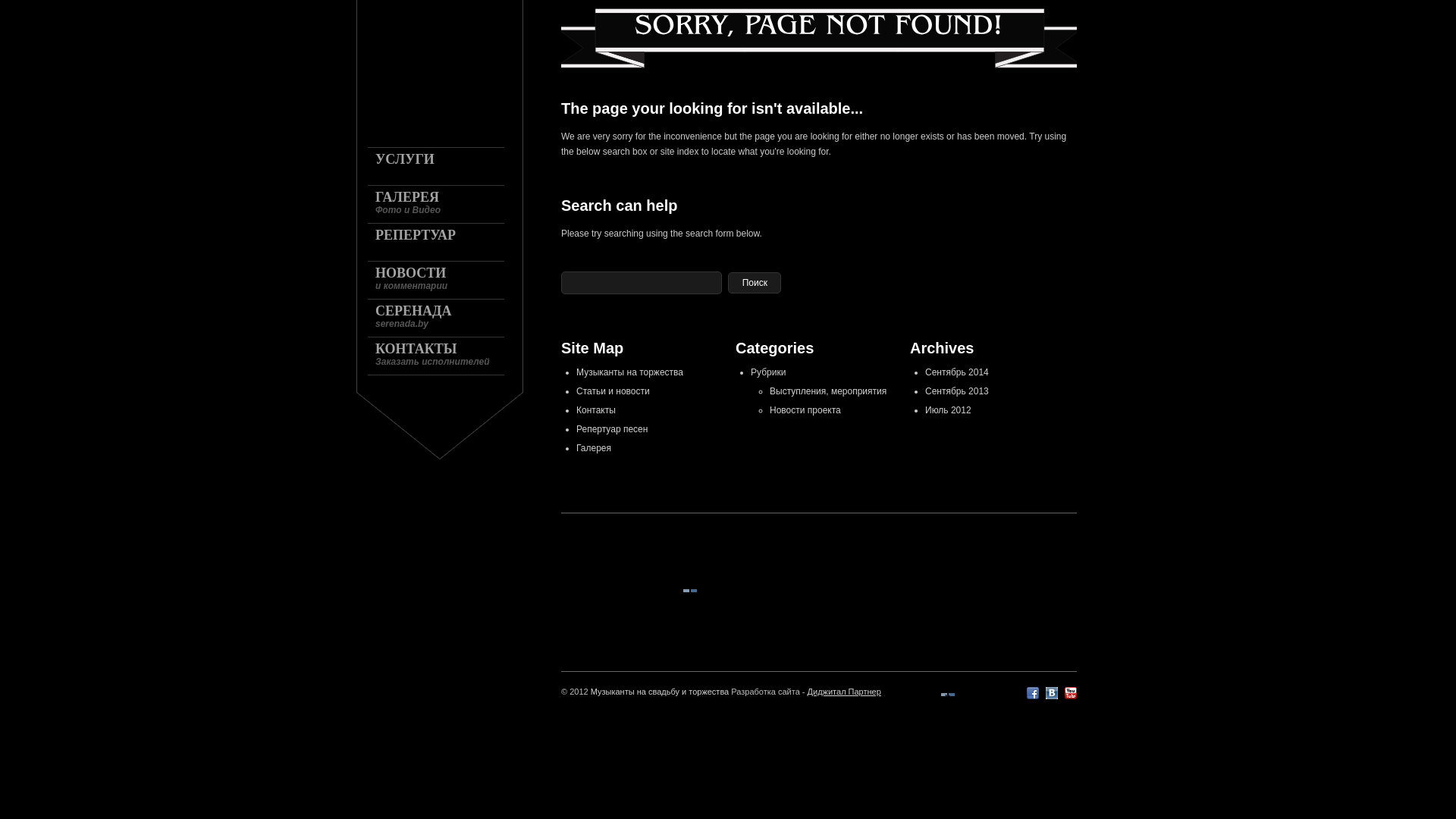 This screenshot has width=1456, height=819. I want to click on 'YouTube', so click(1069, 693).